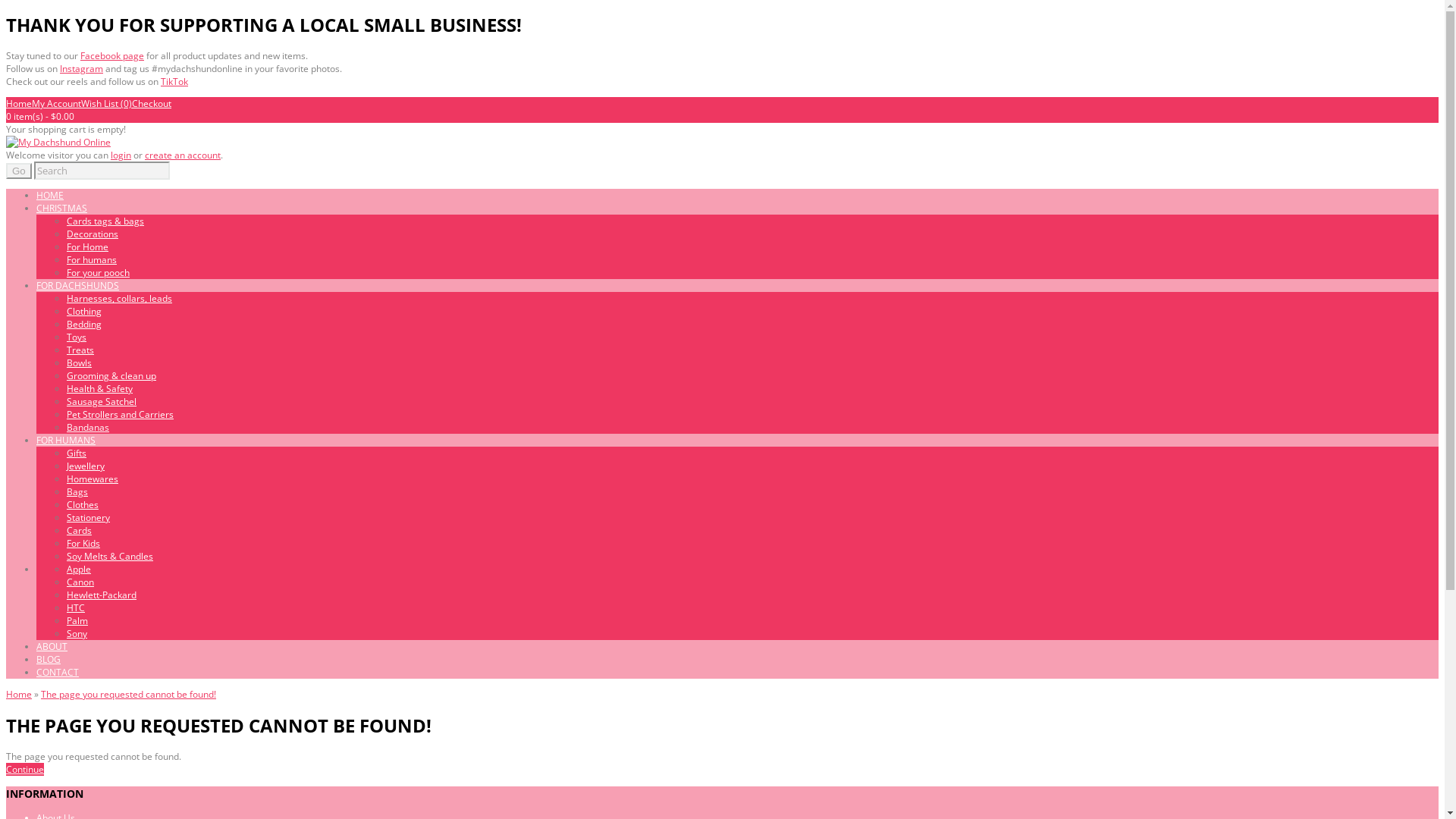 The height and width of the screenshot is (819, 1456). What do you see at coordinates (101, 594) in the screenshot?
I see `'Hewlett-Packard'` at bounding box center [101, 594].